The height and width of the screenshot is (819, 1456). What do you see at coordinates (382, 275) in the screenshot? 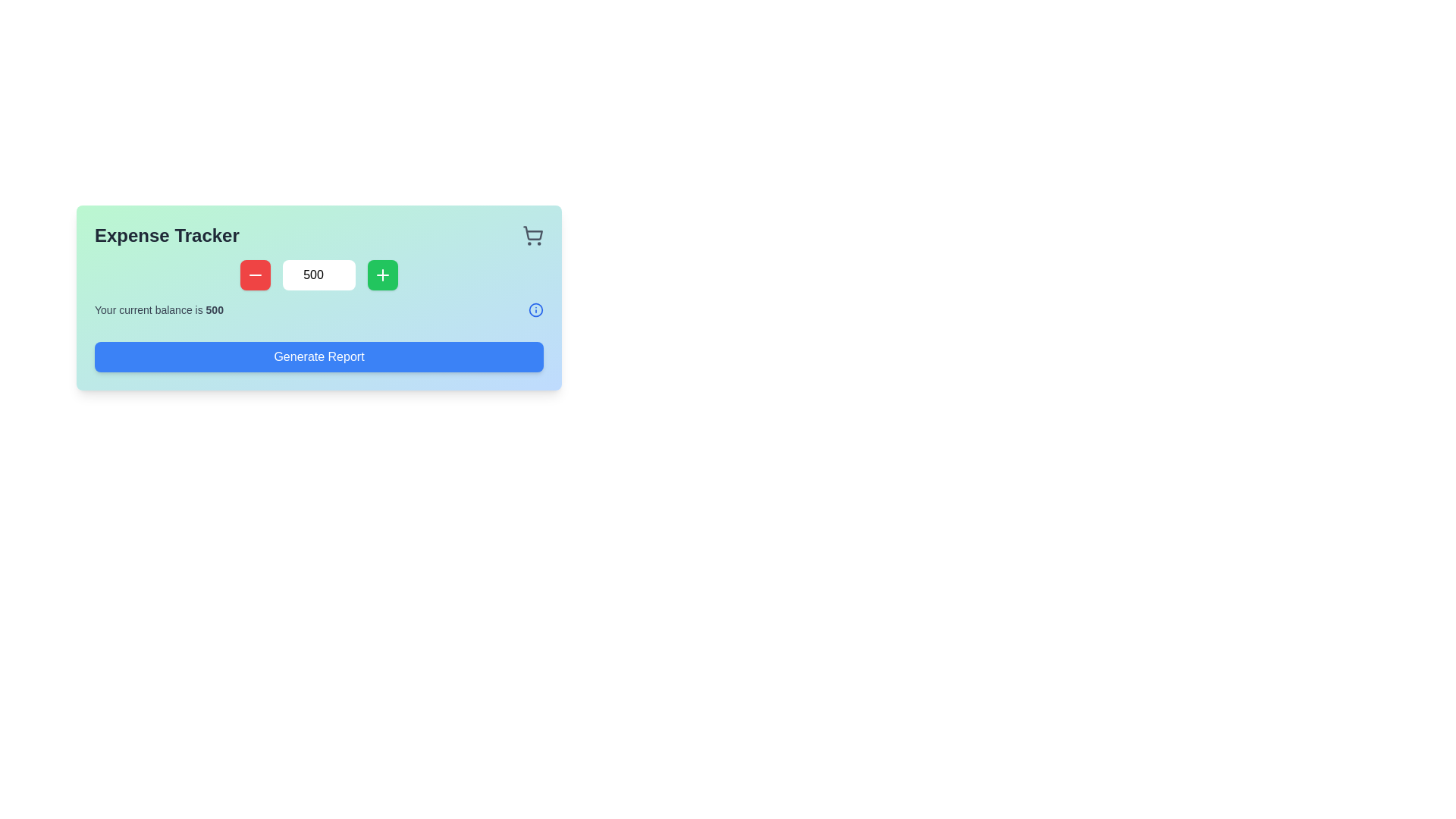
I see `the plus sign icon styled as an SVG graphic with a green background and white stroke, located in the center-right portion of the interface, adjacent to a numeric input field` at bounding box center [382, 275].